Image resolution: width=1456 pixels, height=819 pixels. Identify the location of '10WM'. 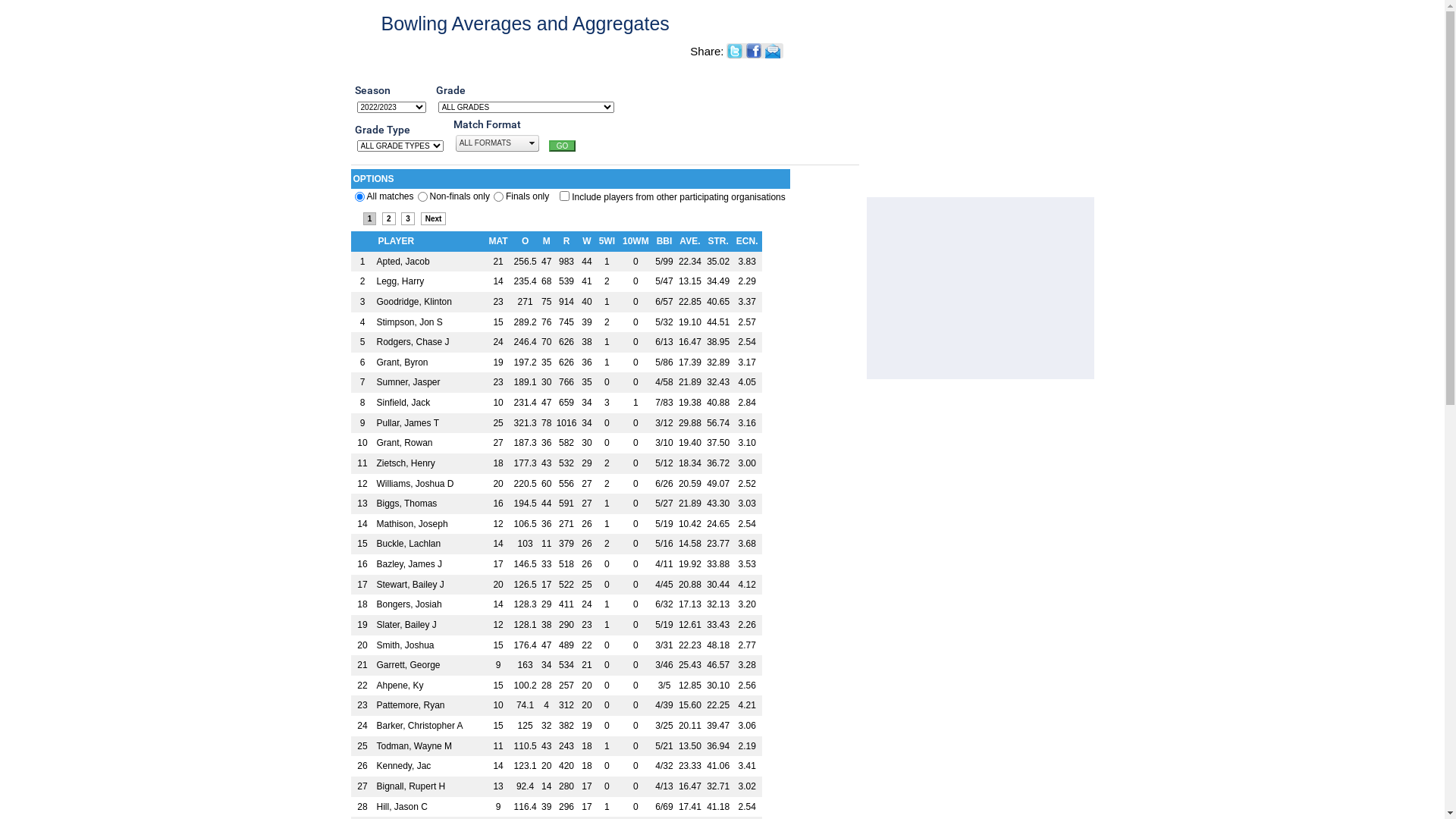
(635, 240).